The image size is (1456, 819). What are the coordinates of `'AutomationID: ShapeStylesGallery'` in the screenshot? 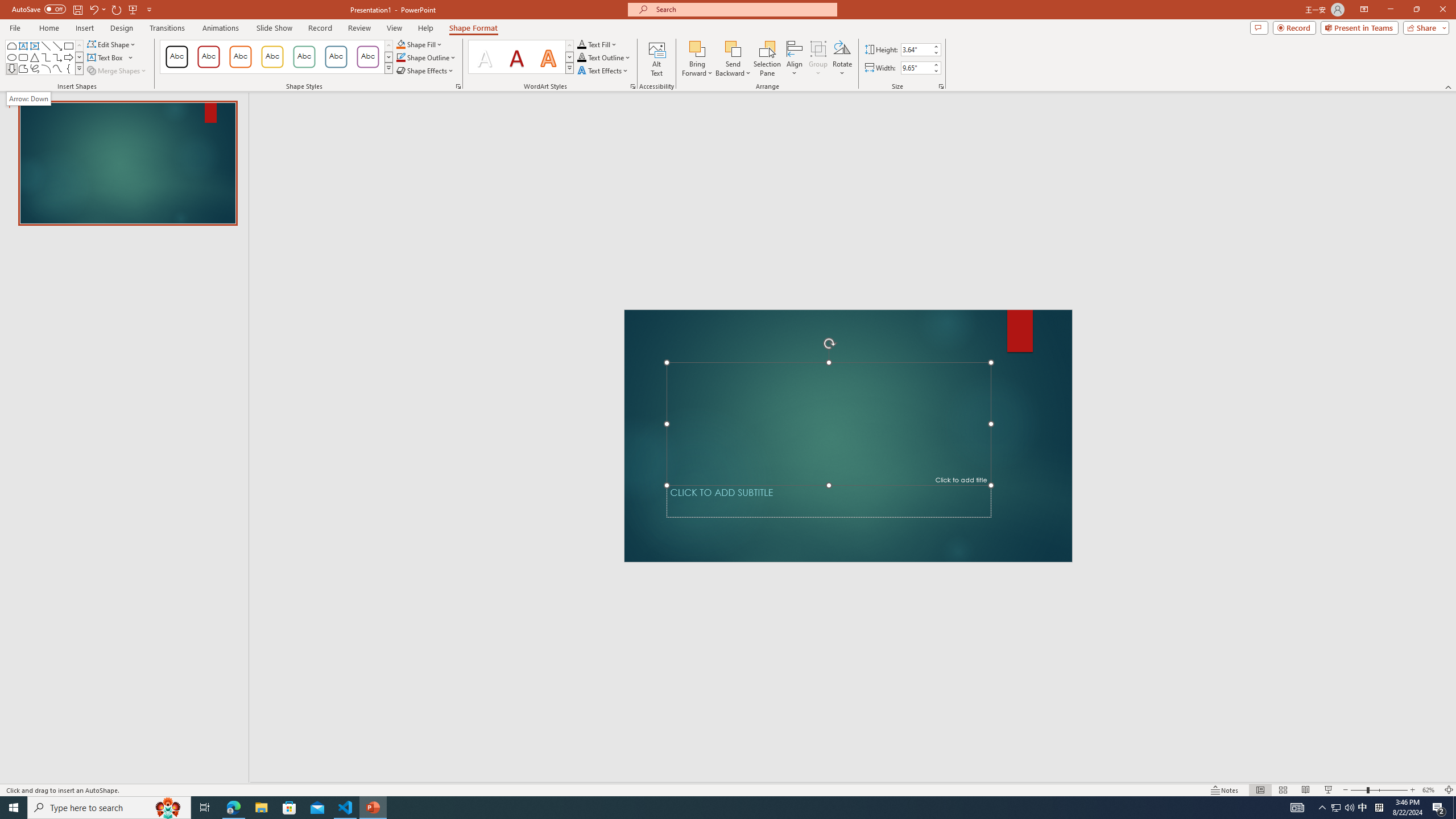 It's located at (276, 56).